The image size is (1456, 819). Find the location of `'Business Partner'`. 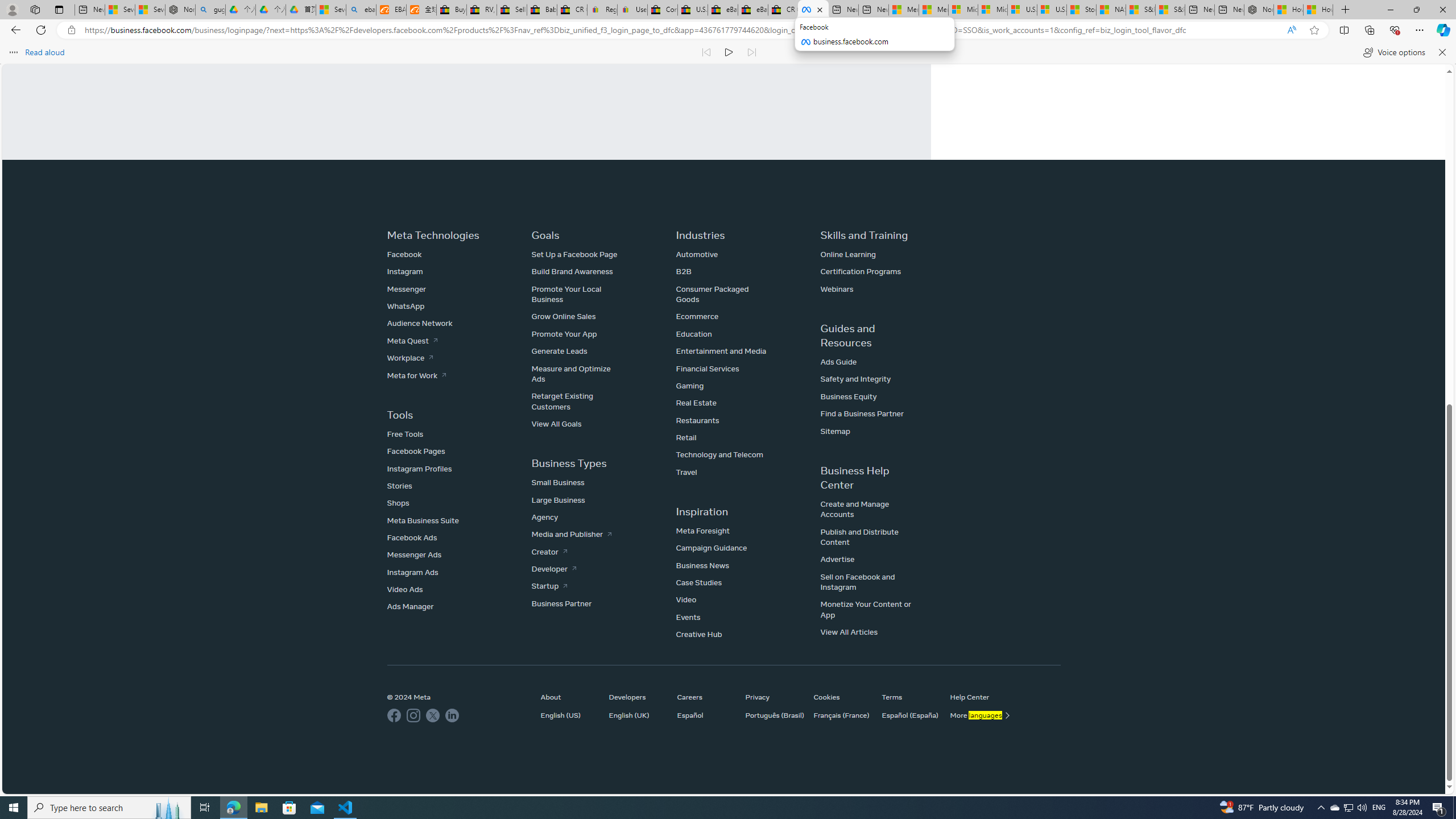

'Business Partner' is located at coordinates (561, 603).